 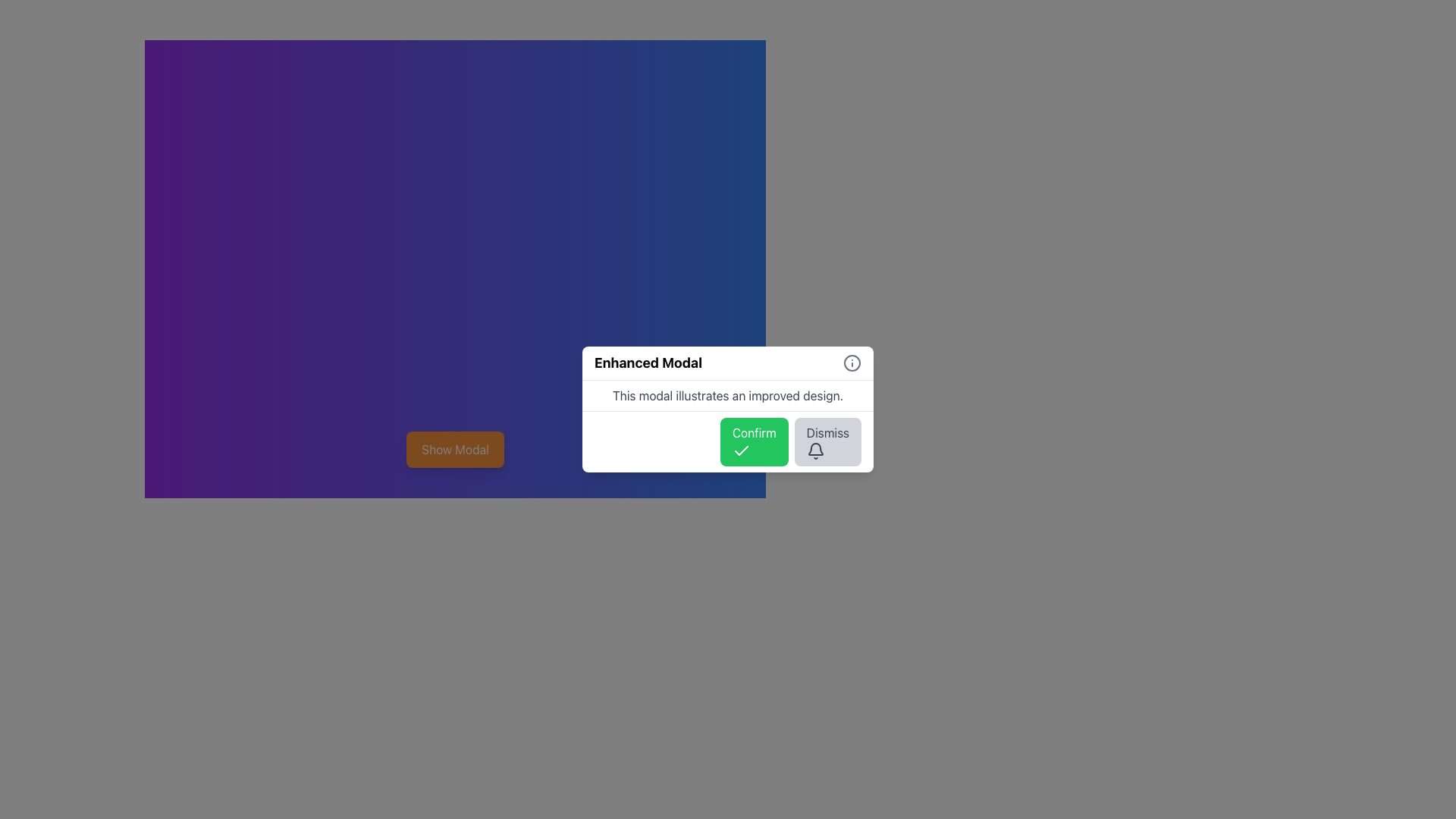 What do you see at coordinates (814, 450) in the screenshot?
I see `the bell icon located within the 'Dismiss' button, which is positioned to the left of the text label inside the button` at bounding box center [814, 450].